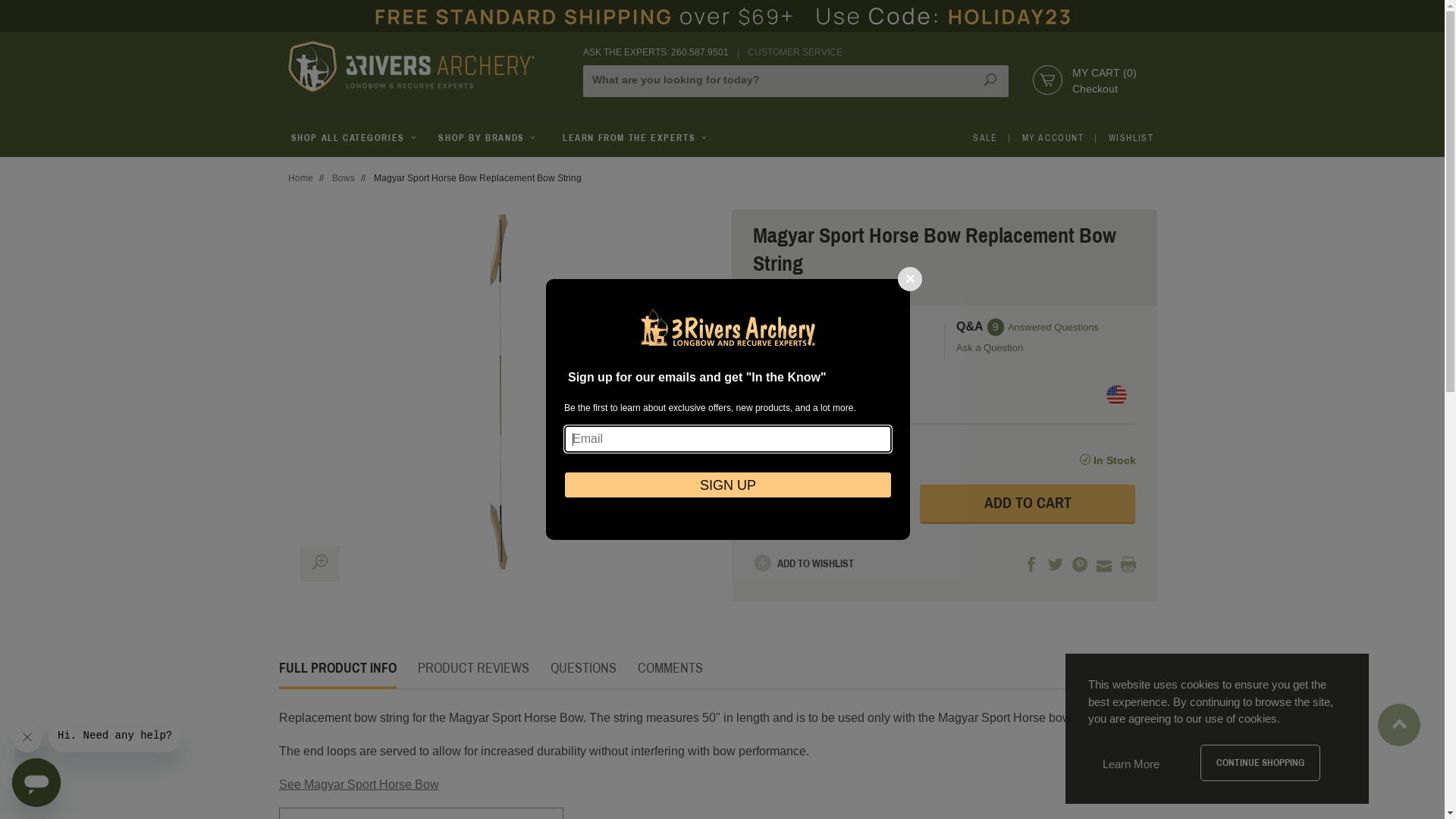 The image size is (1456, 819). What do you see at coordinates (1052, 138) in the screenshot?
I see `'MY ACCOUNT'` at bounding box center [1052, 138].